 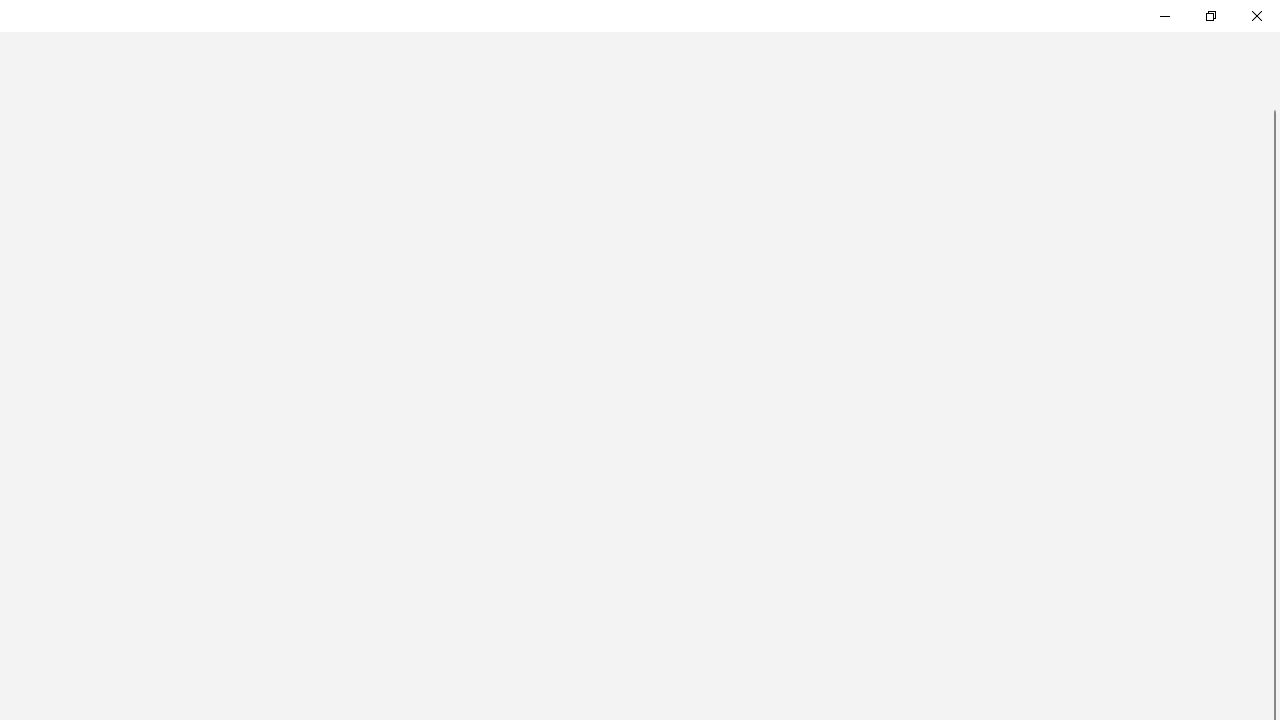 I want to click on 'Close Feedback Hub', so click(x=1255, y=15).